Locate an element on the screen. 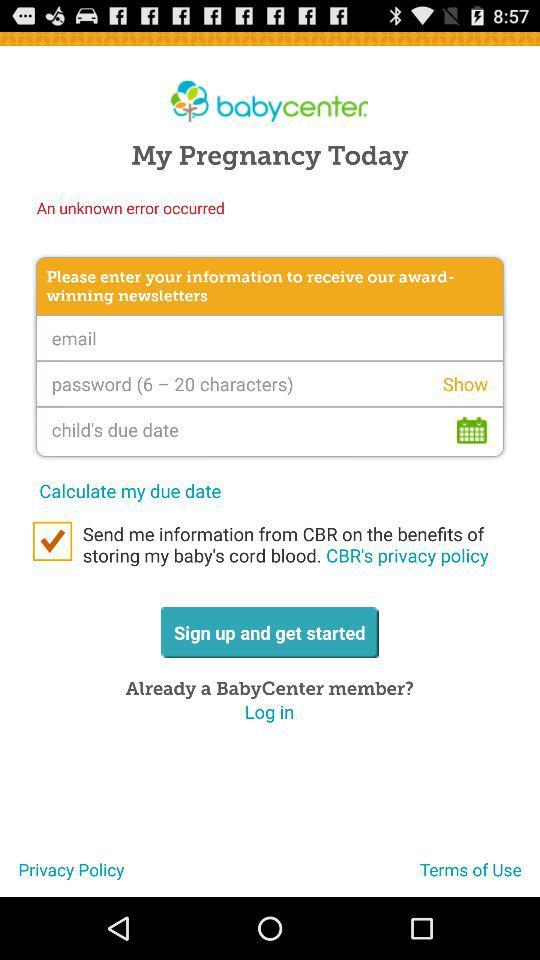 The image size is (540, 960). sign up and item is located at coordinates (269, 631).